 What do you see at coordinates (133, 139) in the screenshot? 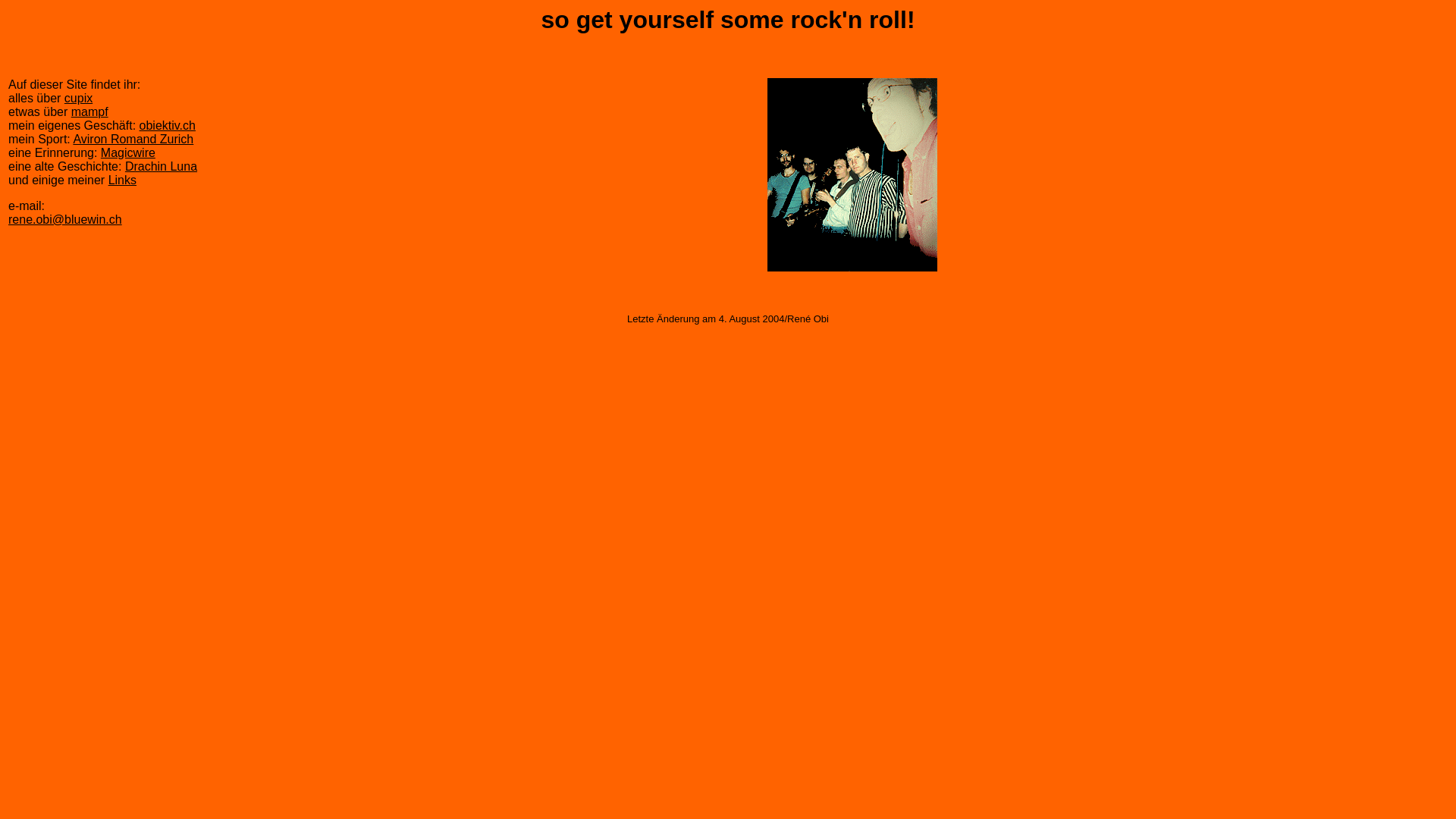
I see `'Aviron Romand Zurich'` at bounding box center [133, 139].